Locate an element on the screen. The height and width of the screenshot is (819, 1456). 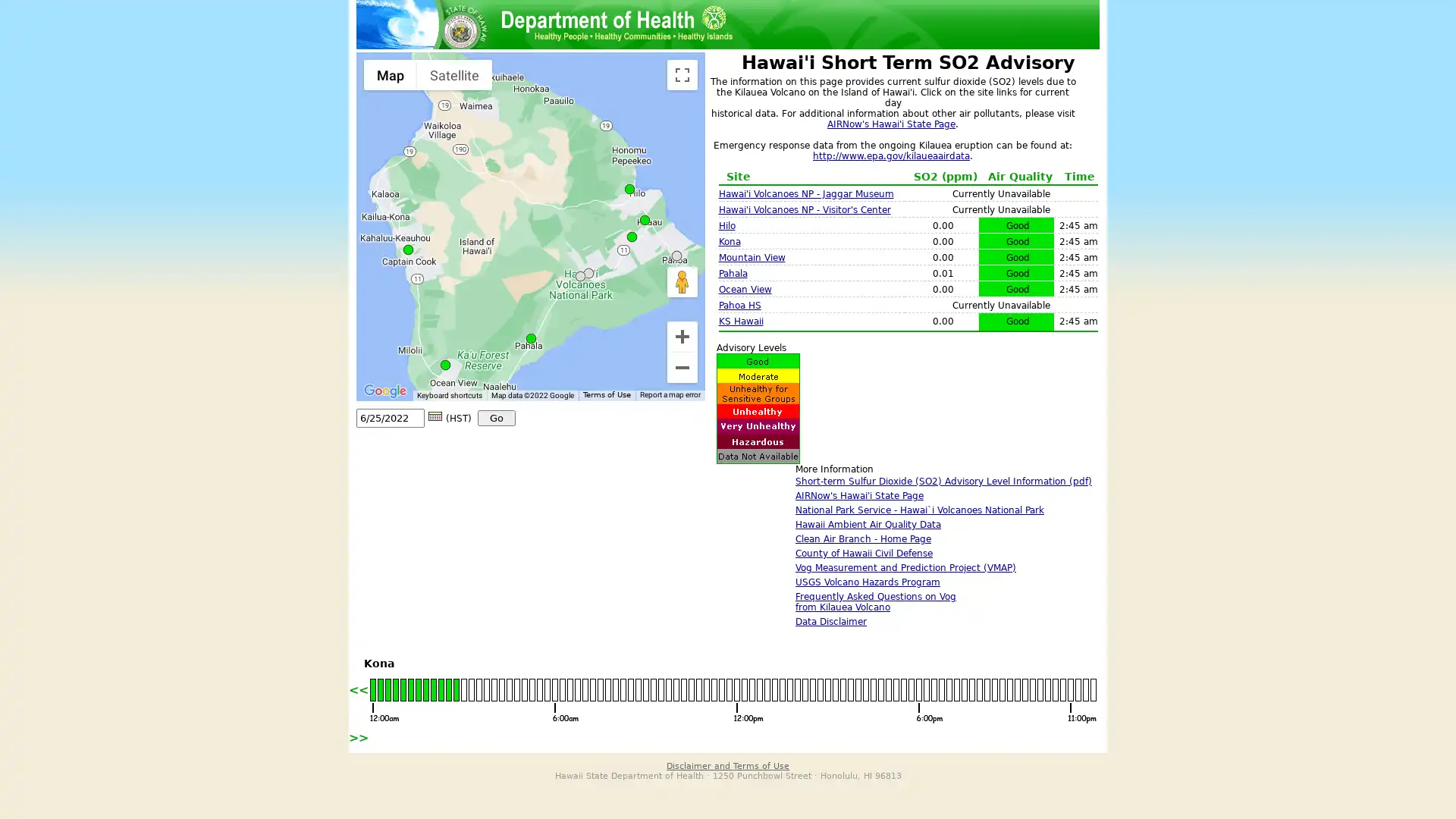
Toggle fullscreen view is located at coordinates (682, 75).